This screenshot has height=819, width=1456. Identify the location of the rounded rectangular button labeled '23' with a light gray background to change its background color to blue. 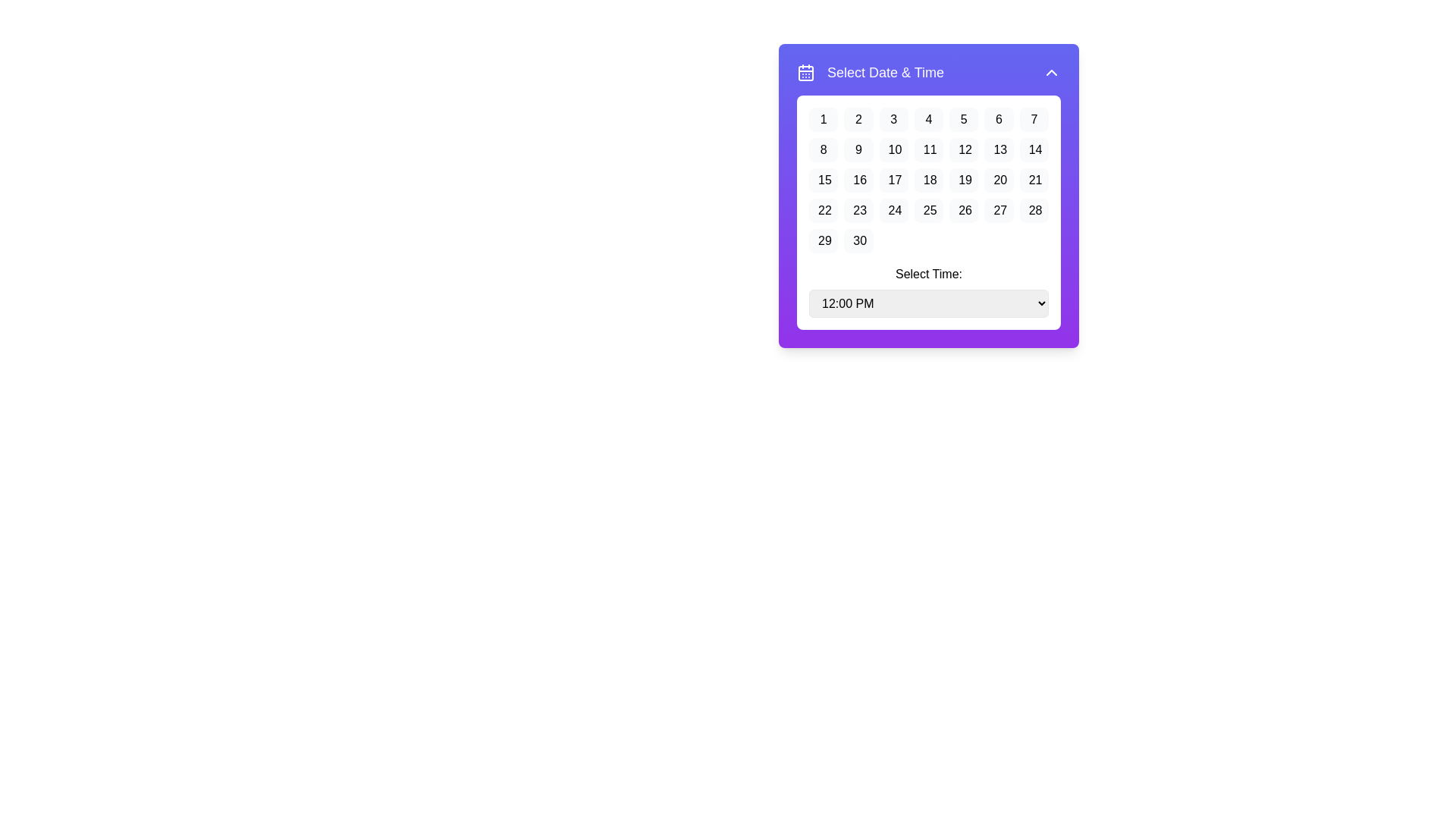
(858, 210).